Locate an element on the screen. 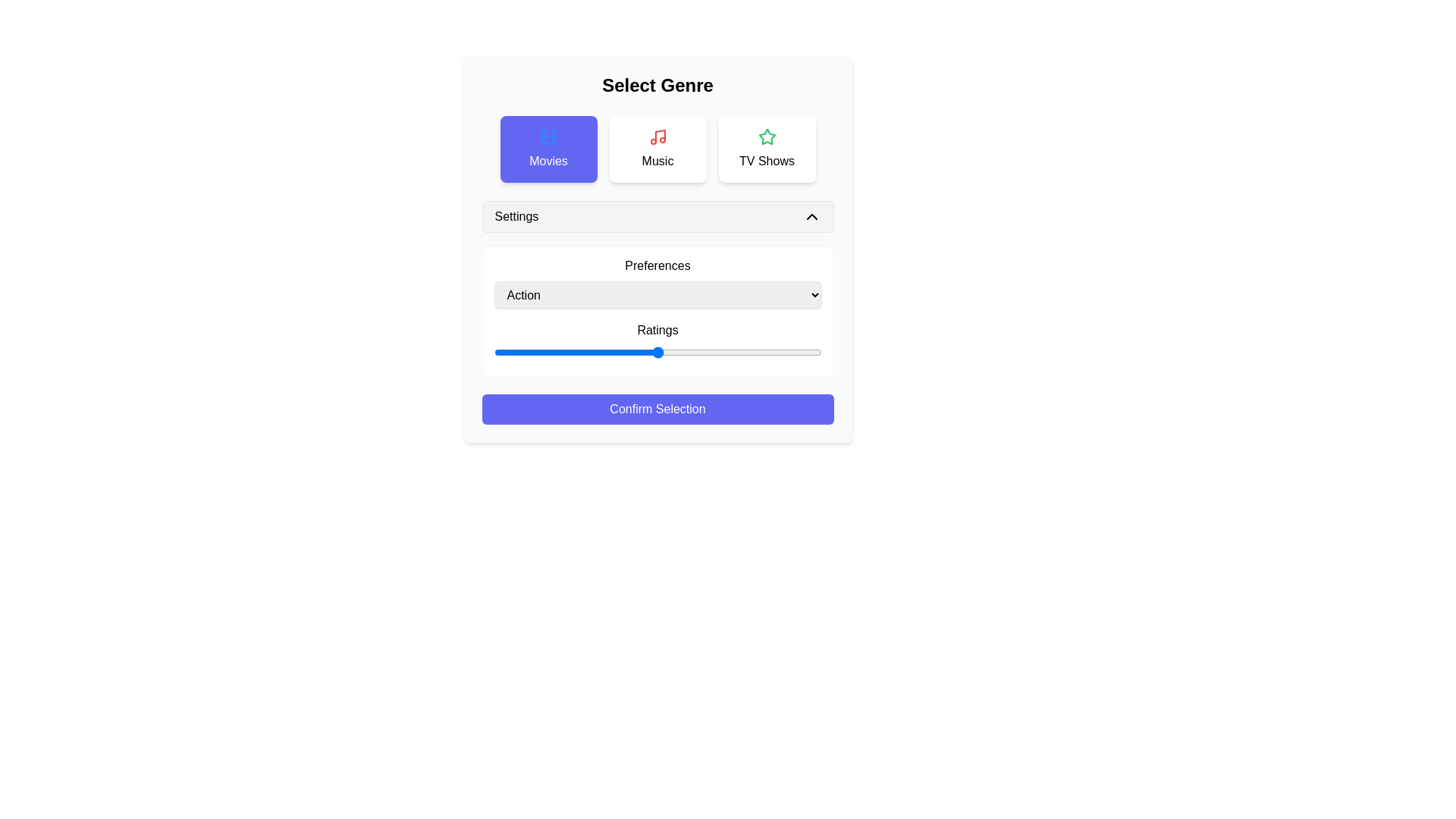 This screenshot has width=1456, height=819. the rating value is located at coordinates (494, 353).